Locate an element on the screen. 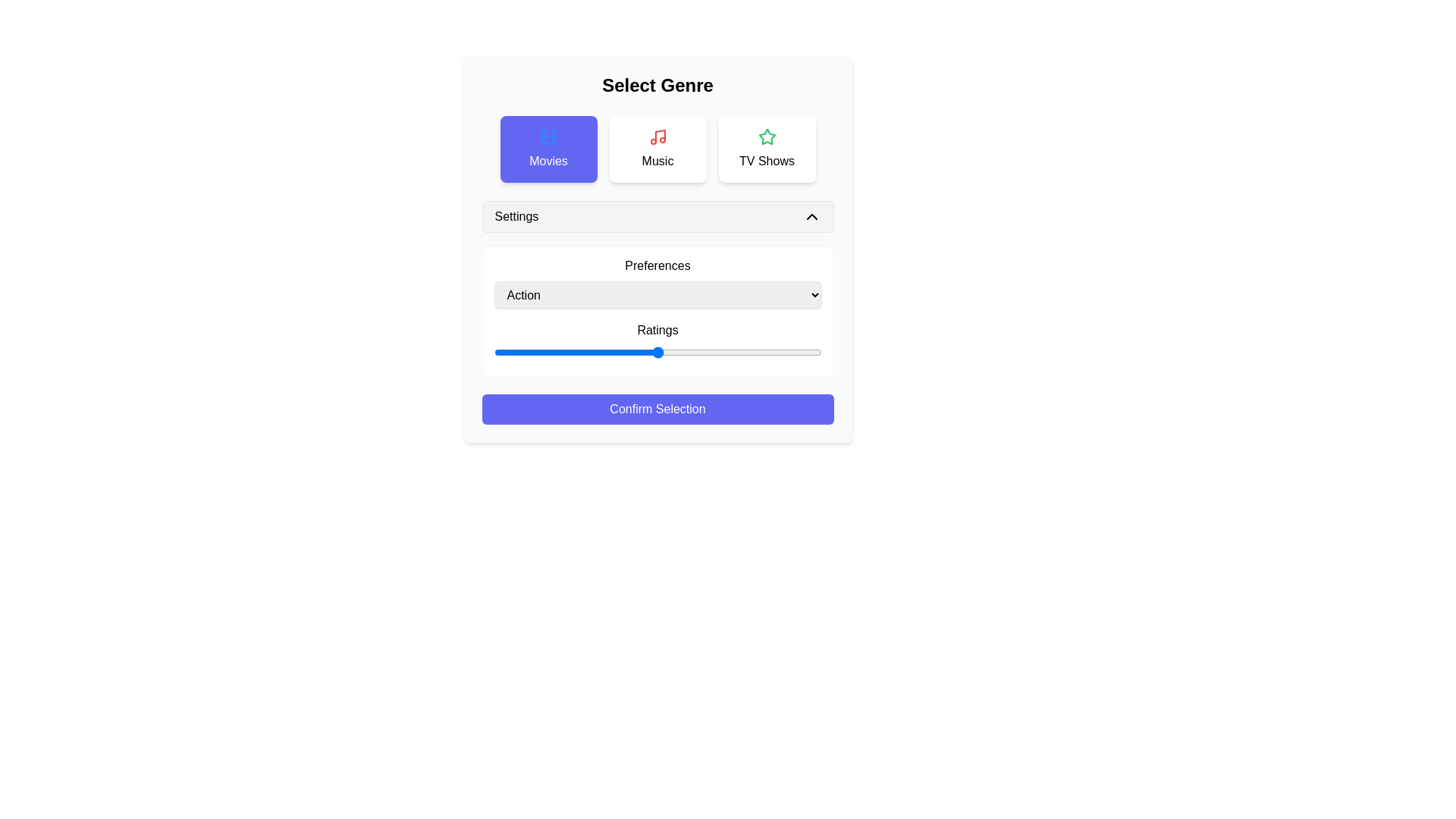 This screenshot has width=1456, height=819. the rating value is located at coordinates (494, 353).